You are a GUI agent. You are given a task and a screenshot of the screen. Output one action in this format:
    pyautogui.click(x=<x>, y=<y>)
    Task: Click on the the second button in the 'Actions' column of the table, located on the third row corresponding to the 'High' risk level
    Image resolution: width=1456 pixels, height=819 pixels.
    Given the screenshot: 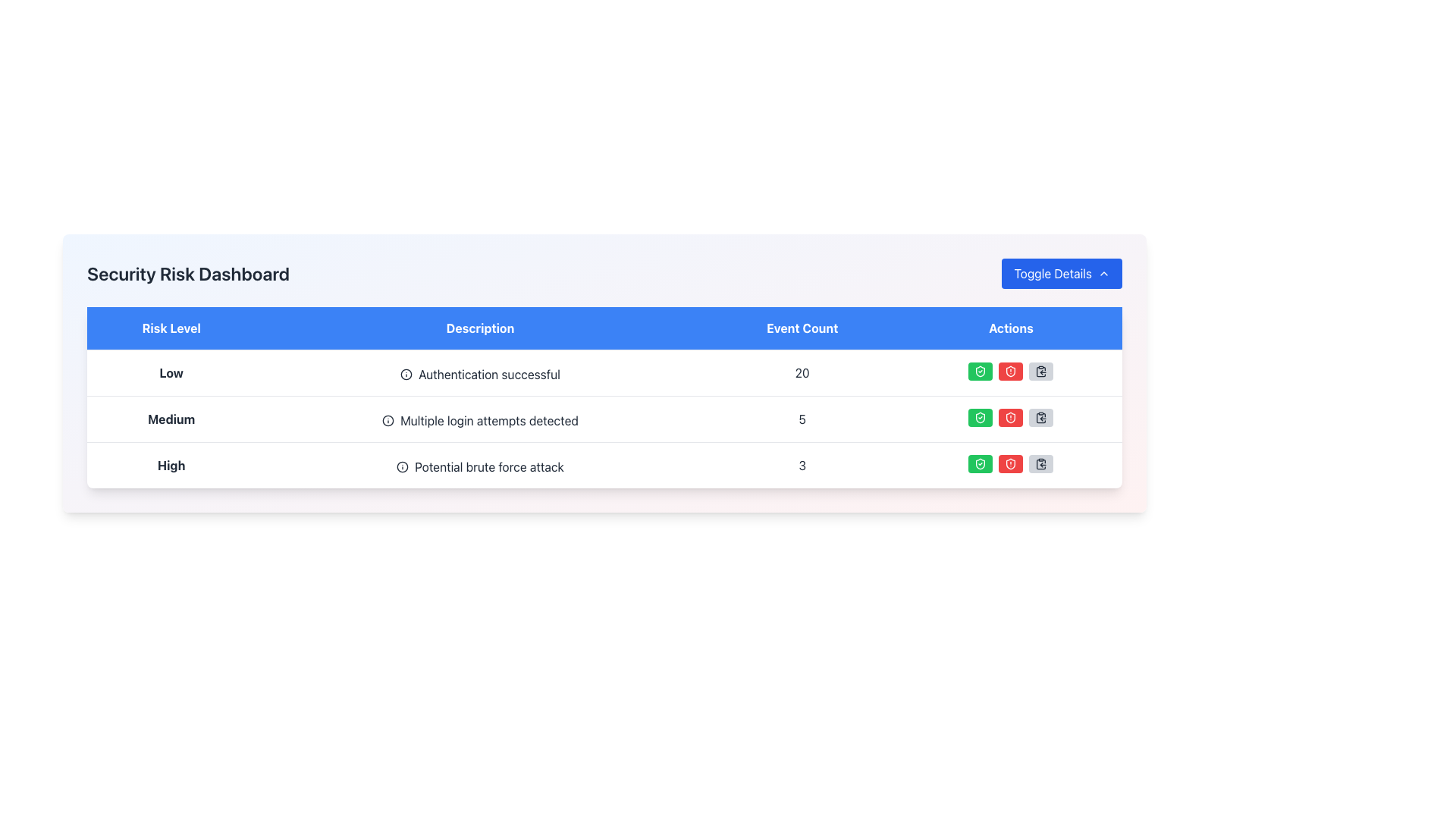 What is the action you would take?
    pyautogui.click(x=1011, y=463)
    